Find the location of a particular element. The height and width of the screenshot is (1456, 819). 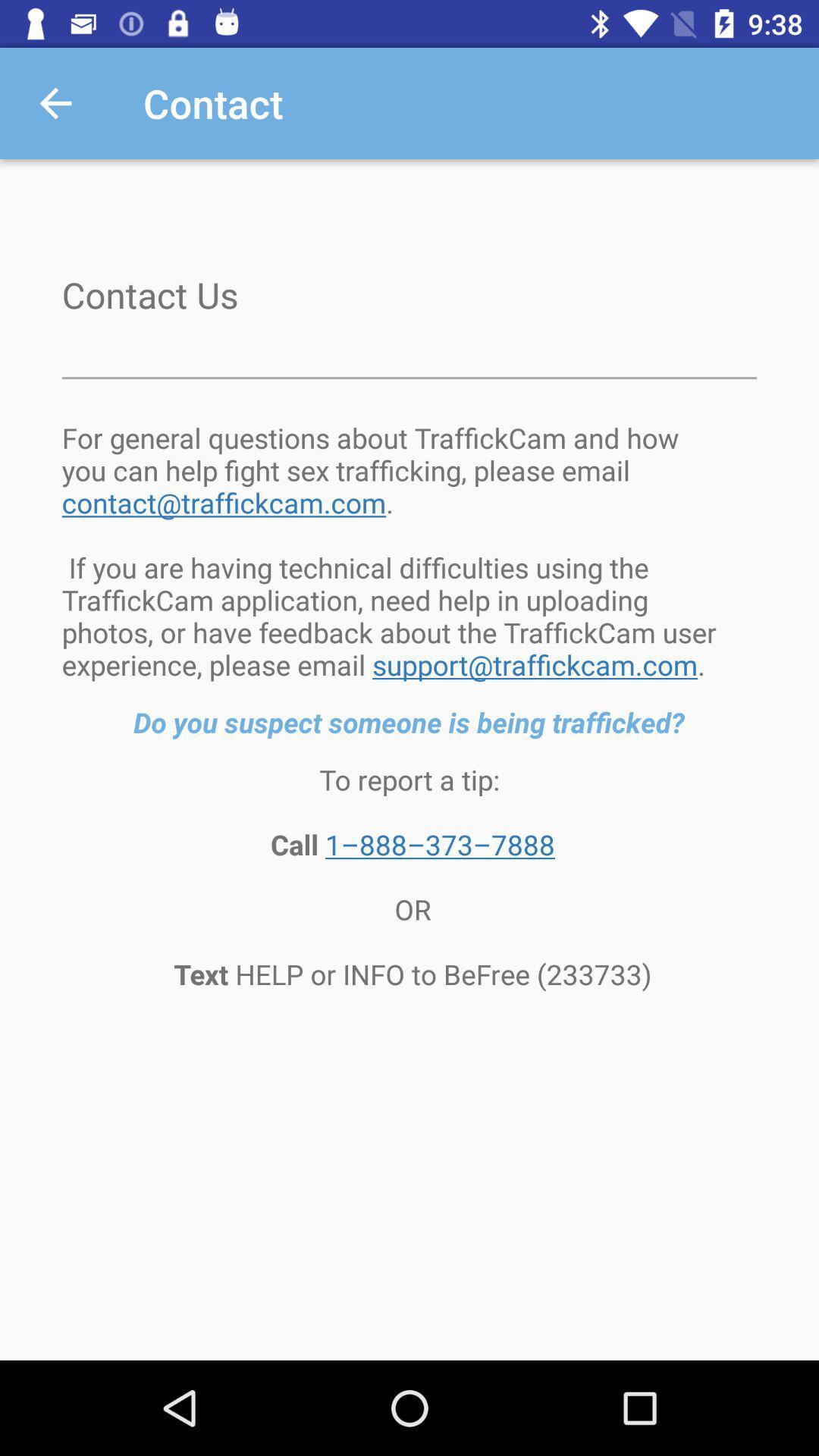

the item below the do you suspect is located at coordinates (409, 877).